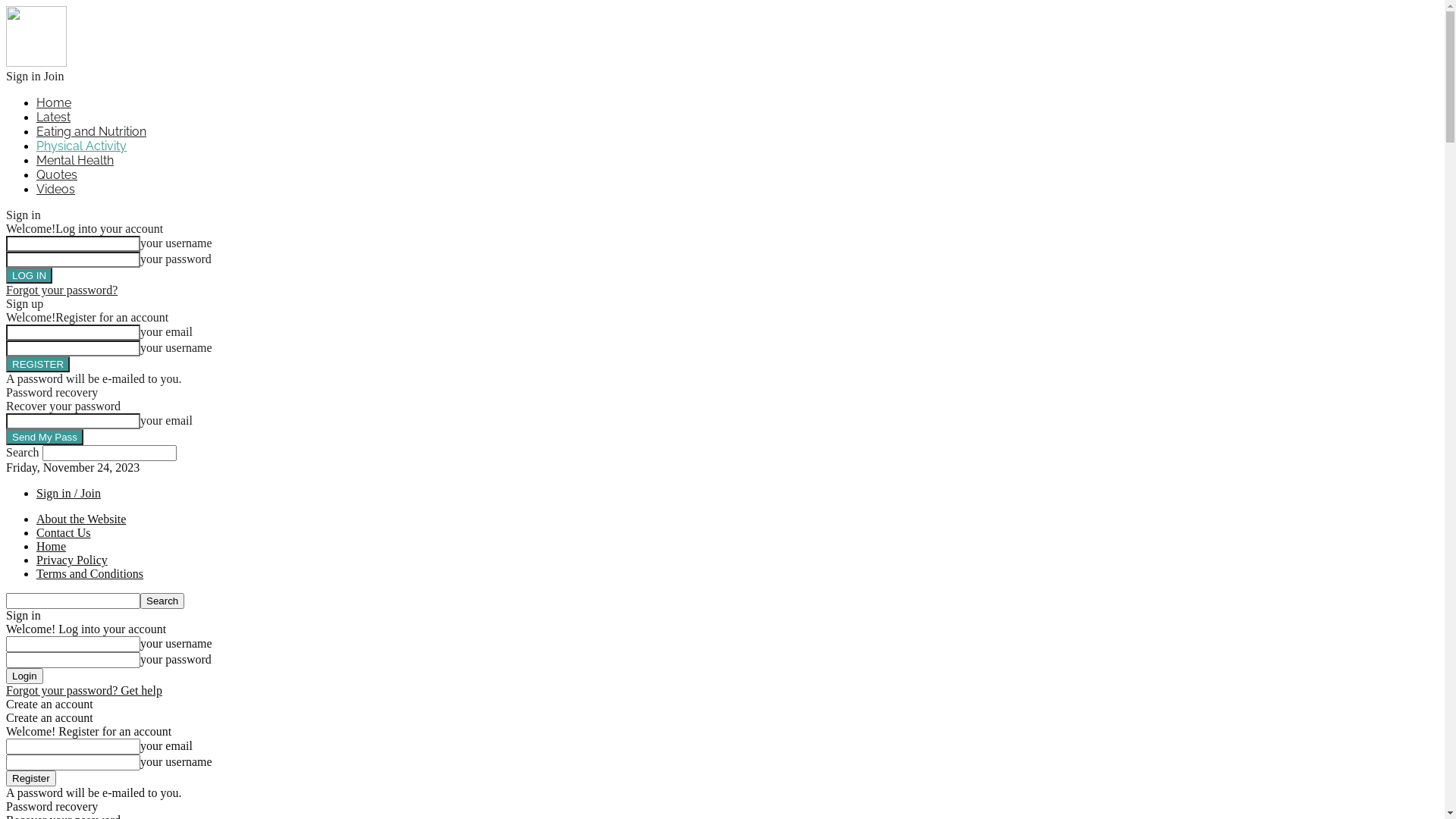 The height and width of the screenshot is (819, 1456). Describe the element at coordinates (51, 546) in the screenshot. I see `'Home'` at that location.